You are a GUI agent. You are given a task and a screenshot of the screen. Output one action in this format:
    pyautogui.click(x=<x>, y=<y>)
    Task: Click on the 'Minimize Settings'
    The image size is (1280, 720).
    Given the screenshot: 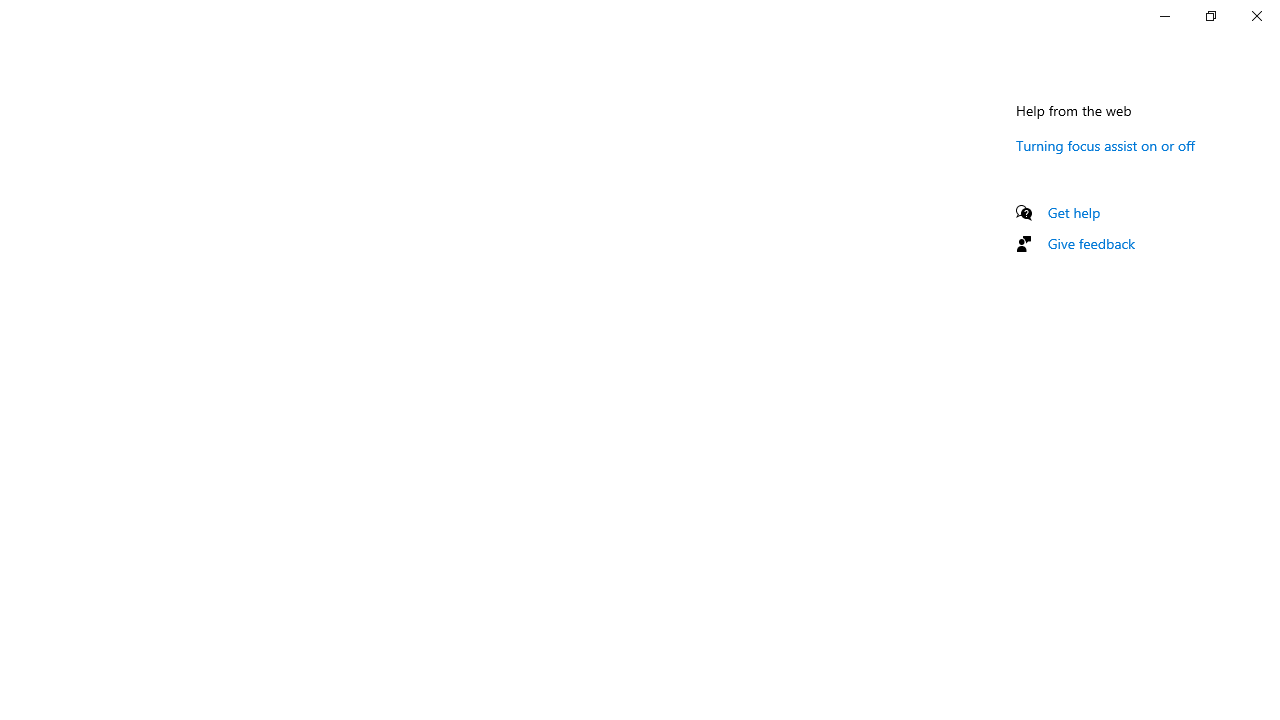 What is the action you would take?
    pyautogui.click(x=1164, y=15)
    